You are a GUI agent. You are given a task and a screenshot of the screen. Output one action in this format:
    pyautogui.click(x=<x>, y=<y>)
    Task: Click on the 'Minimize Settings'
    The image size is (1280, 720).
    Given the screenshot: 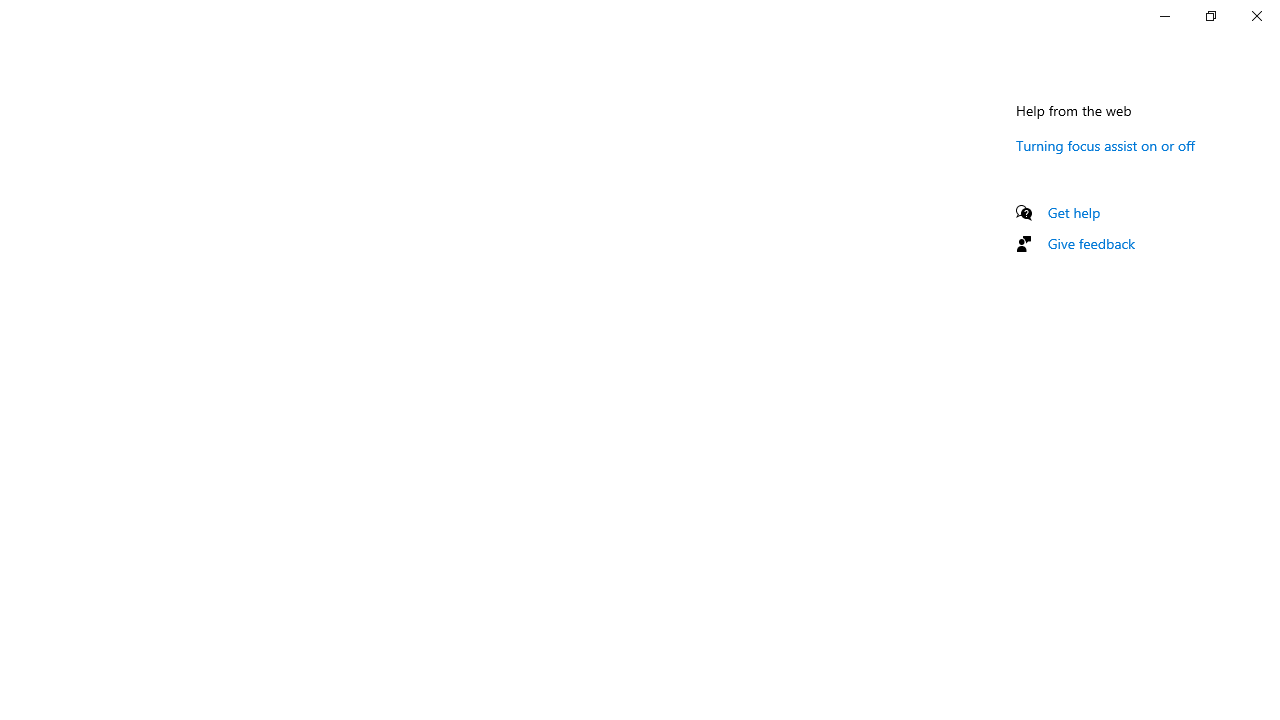 What is the action you would take?
    pyautogui.click(x=1164, y=15)
    